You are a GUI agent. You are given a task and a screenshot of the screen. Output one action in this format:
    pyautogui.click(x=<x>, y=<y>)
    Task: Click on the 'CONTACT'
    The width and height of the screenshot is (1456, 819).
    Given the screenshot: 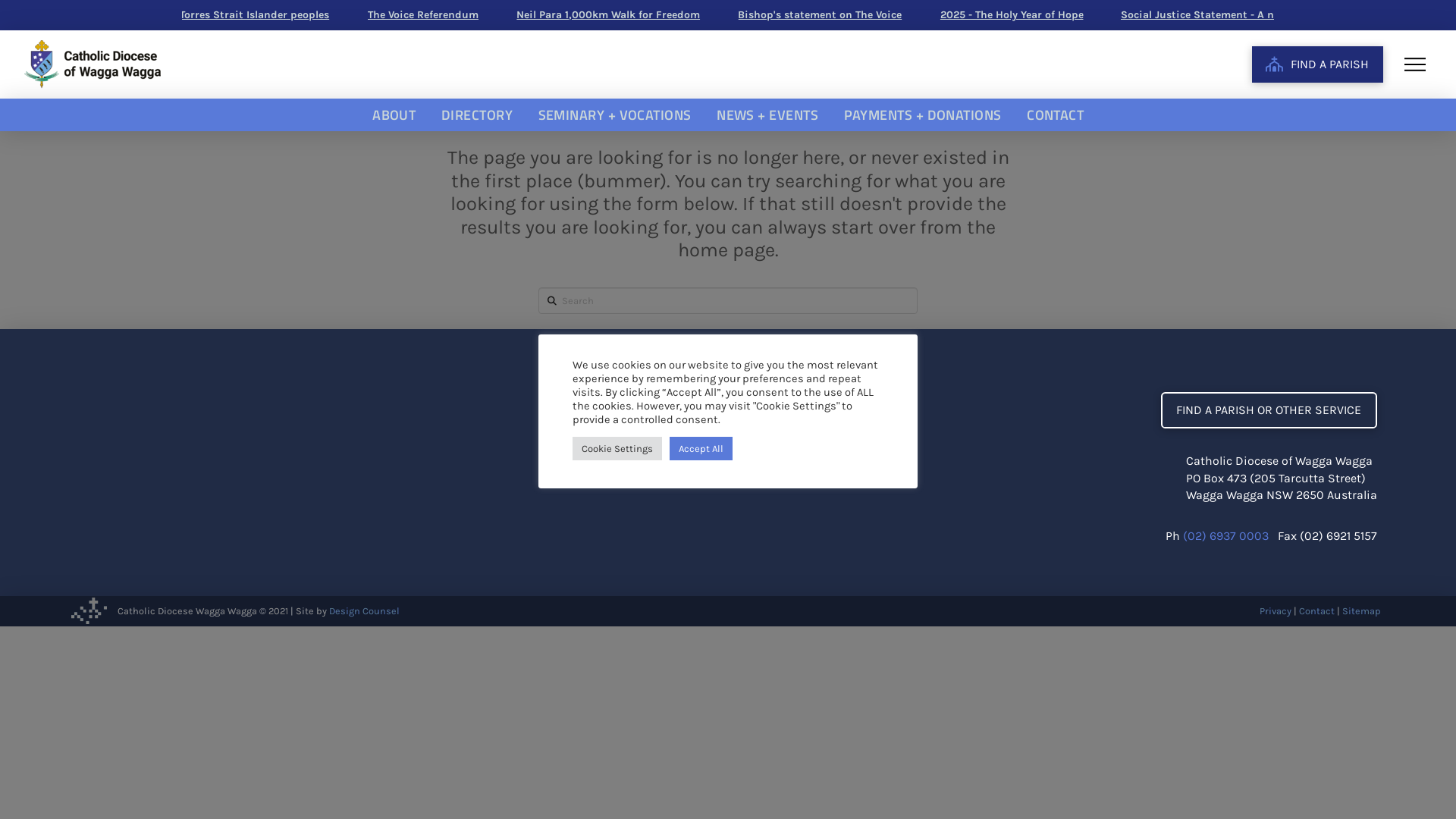 What is the action you would take?
    pyautogui.click(x=1054, y=114)
    